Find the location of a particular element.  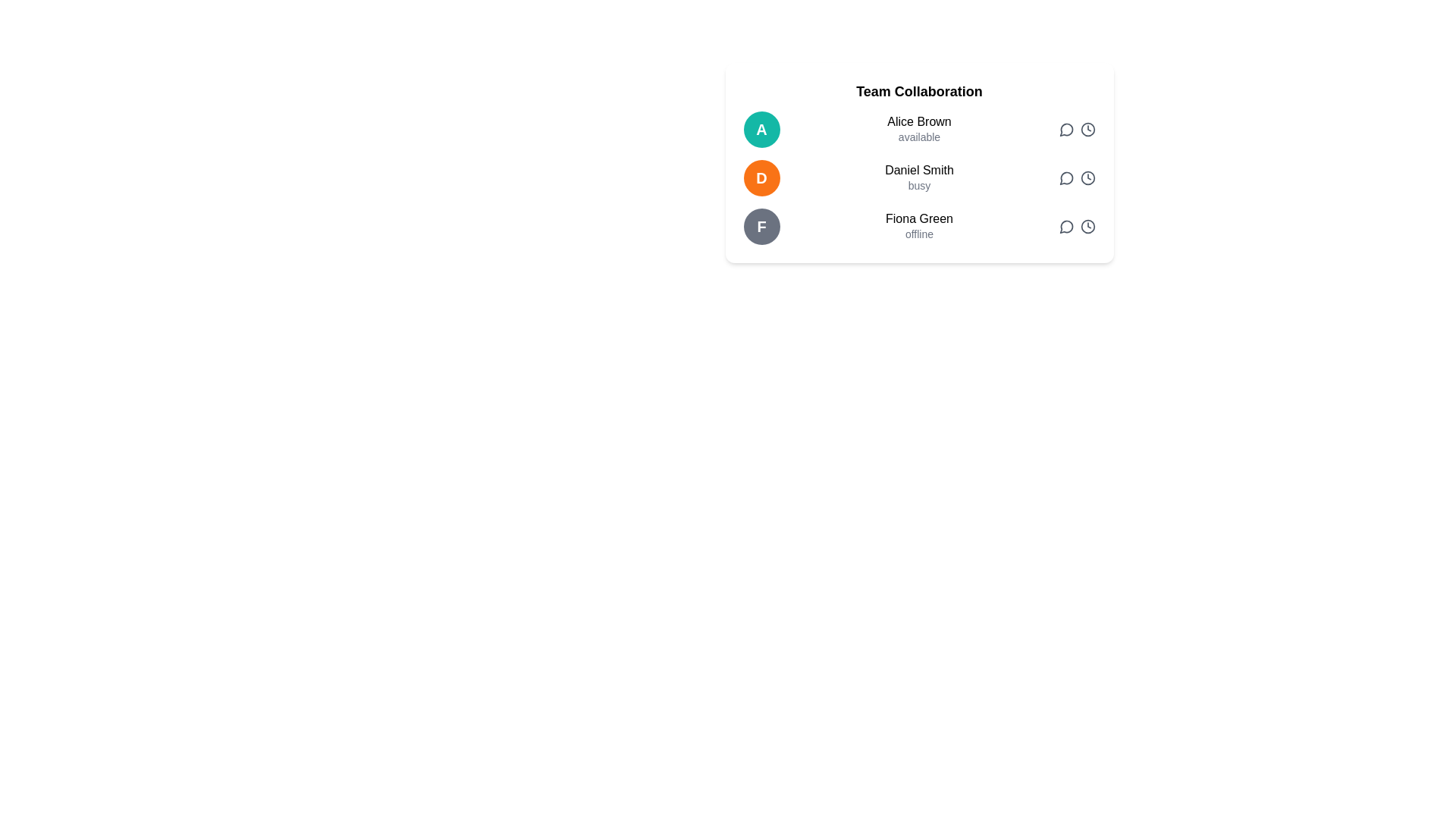

the text label displaying the name 'Alice Brown', which serves as an identifier for this user in the 'Team Collaboration' contacts list is located at coordinates (918, 121).